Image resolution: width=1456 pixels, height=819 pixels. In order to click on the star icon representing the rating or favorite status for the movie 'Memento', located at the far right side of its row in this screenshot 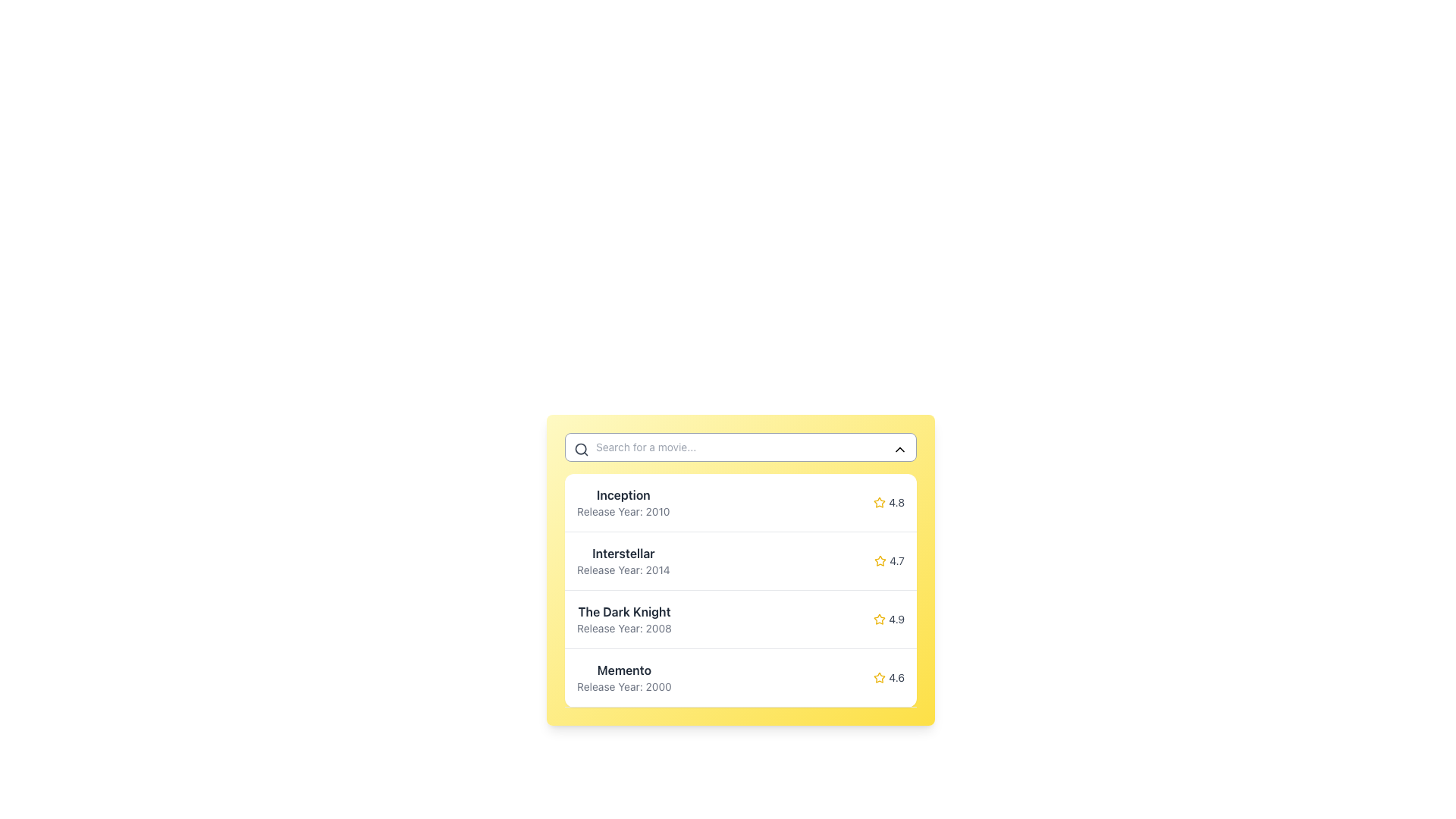, I will do `click(880, 676)`.